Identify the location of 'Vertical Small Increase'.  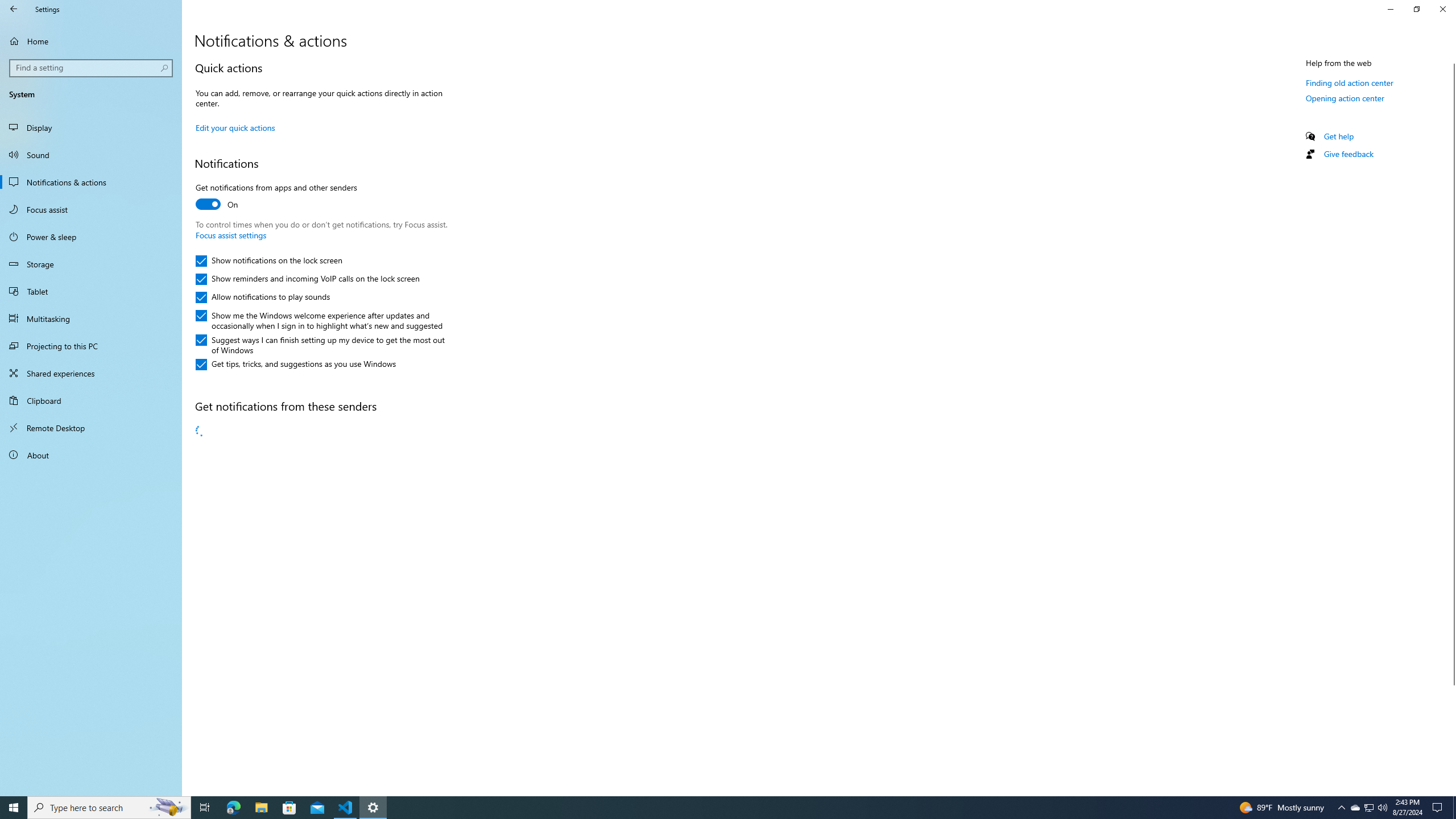
(1451, 791).